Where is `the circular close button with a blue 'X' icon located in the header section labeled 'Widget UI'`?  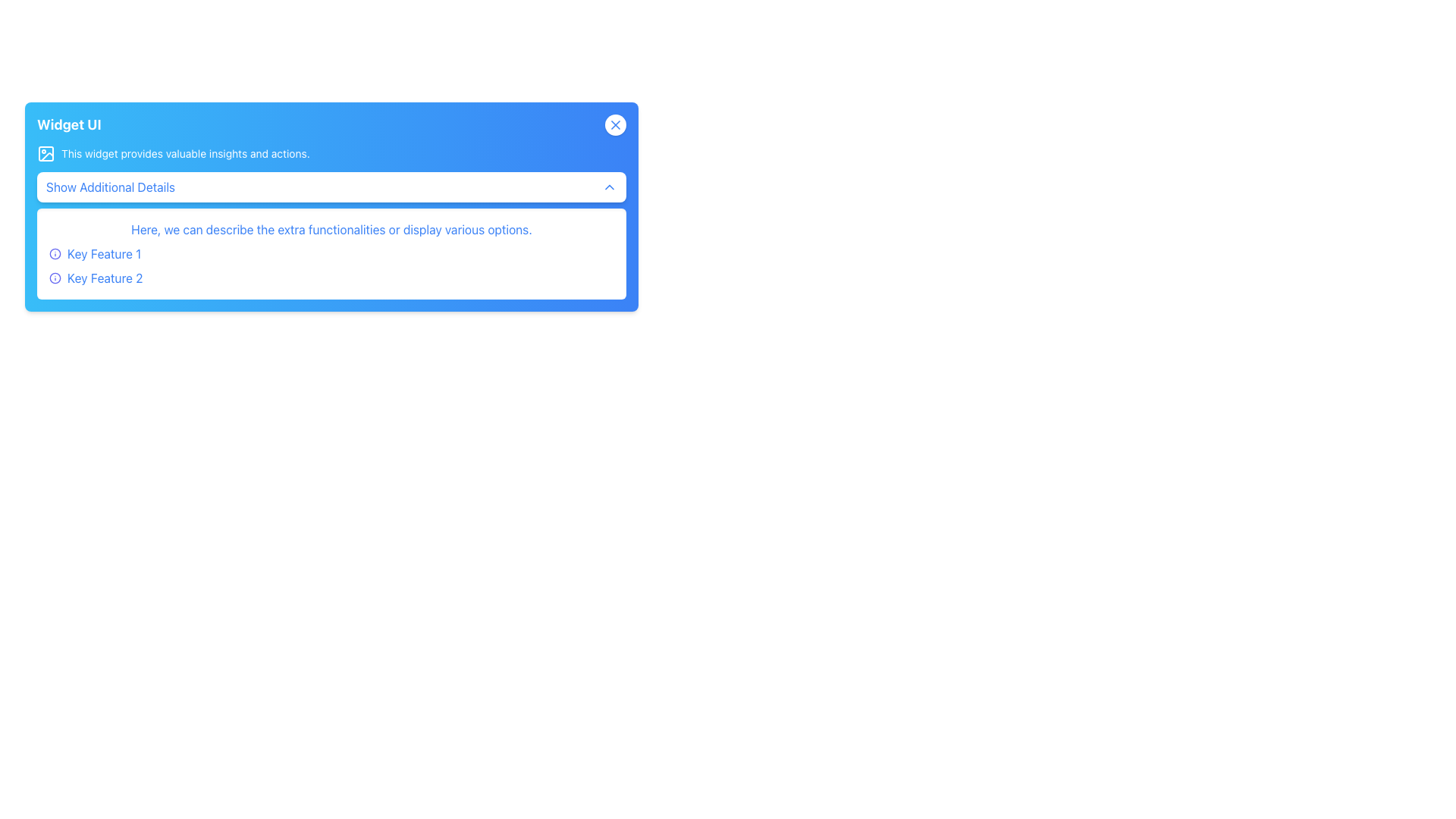
the circular close button with a blue 'X' icon located in the header section labeled 'Widget UI' is located at coordinates (615, 124).